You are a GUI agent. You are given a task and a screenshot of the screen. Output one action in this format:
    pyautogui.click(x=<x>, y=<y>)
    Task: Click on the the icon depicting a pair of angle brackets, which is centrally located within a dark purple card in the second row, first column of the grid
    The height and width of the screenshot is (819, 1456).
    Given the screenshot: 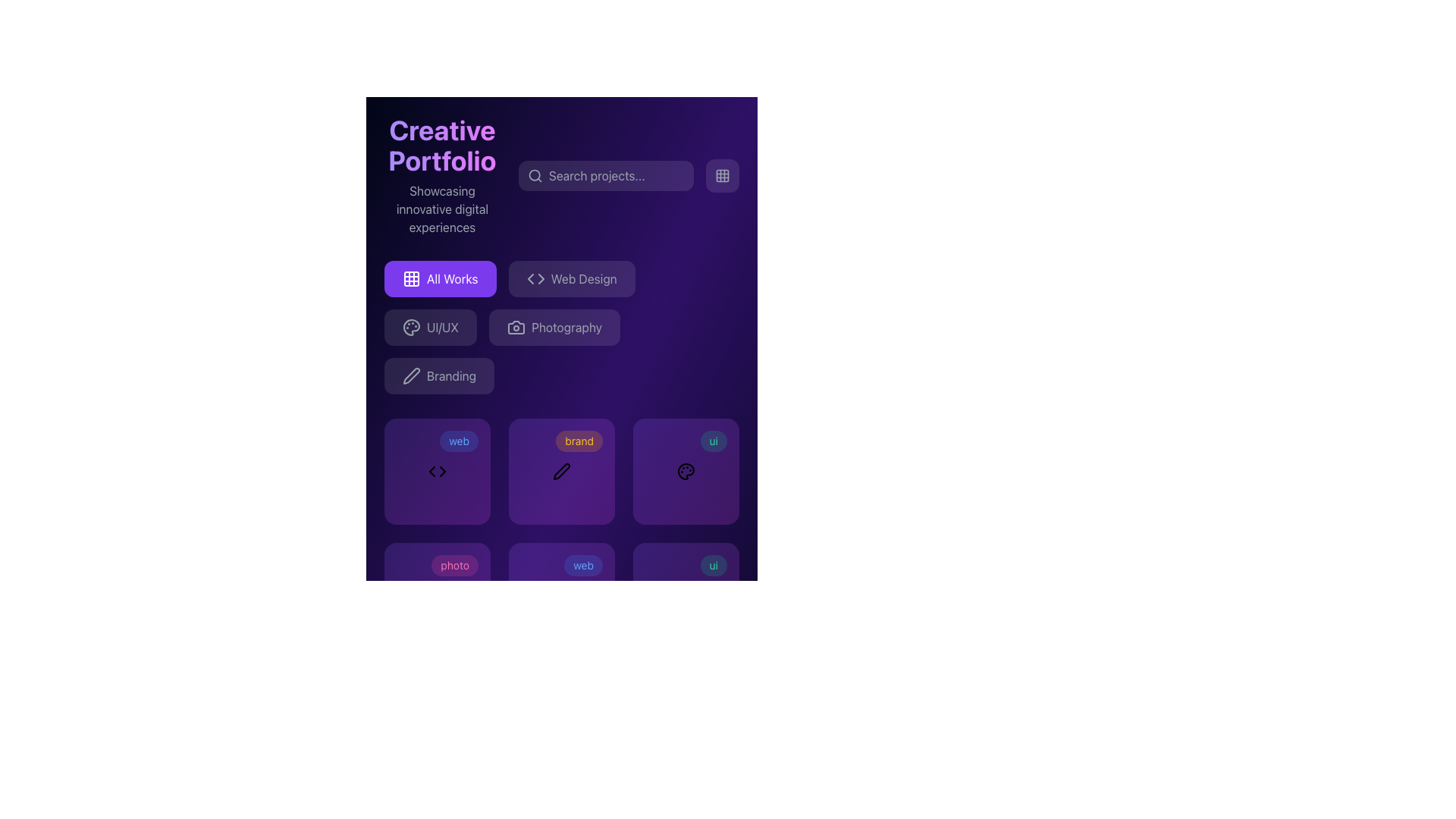 What is the action you would take?
    pyautogui.click(x=436, y=470)
    